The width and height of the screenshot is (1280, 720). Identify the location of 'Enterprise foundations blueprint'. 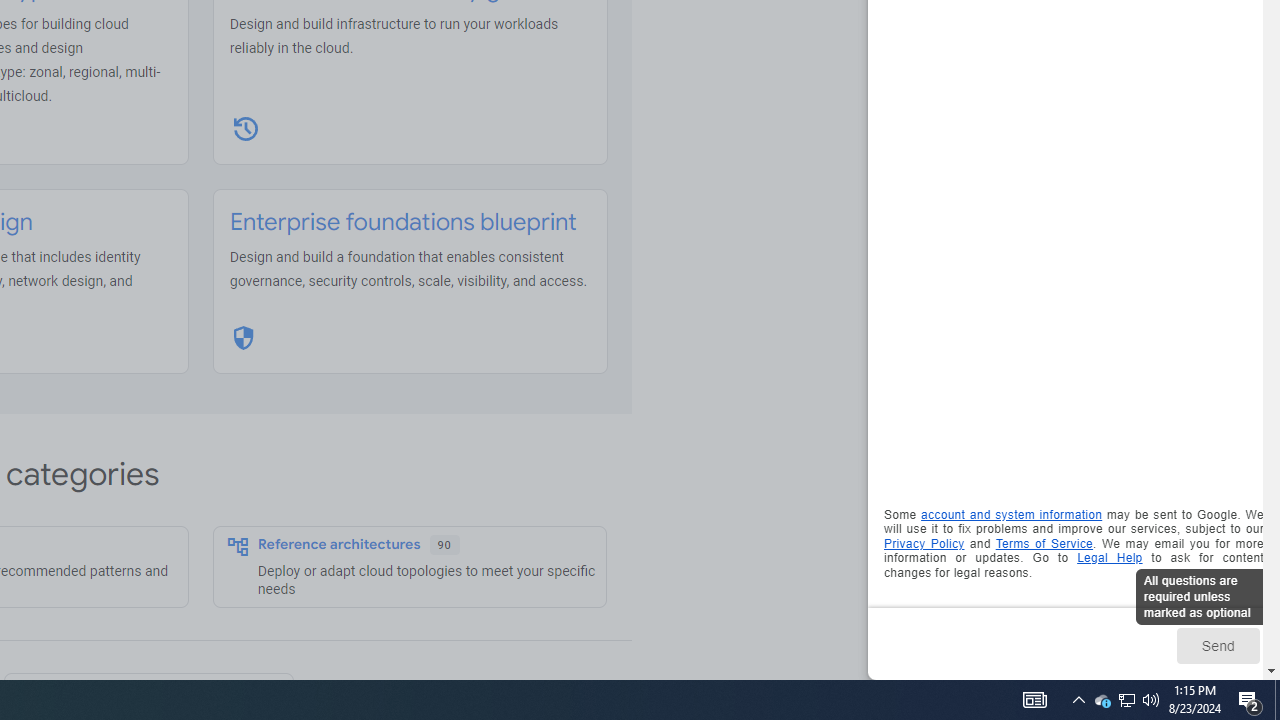
(402, 222).